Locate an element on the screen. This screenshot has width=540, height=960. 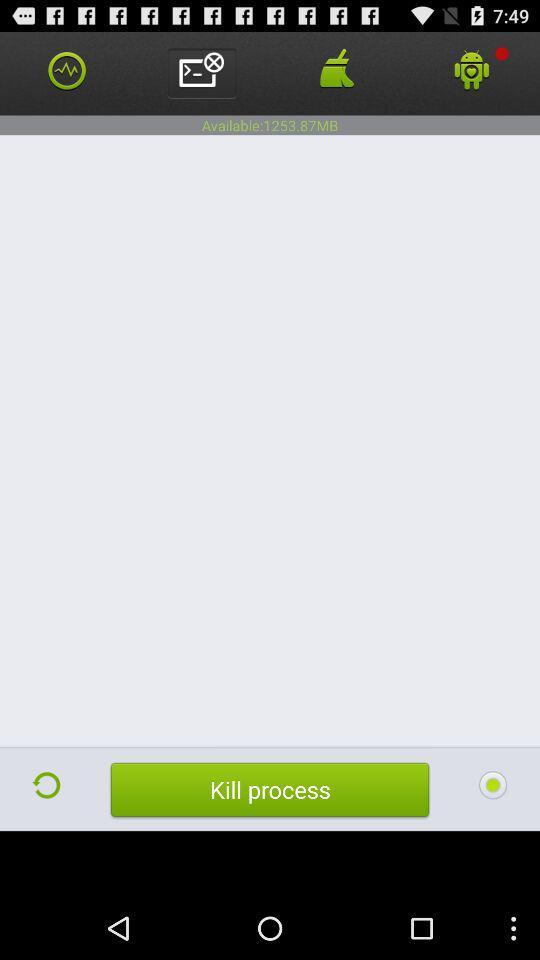
the email icon is located at coordinates (202, 78).